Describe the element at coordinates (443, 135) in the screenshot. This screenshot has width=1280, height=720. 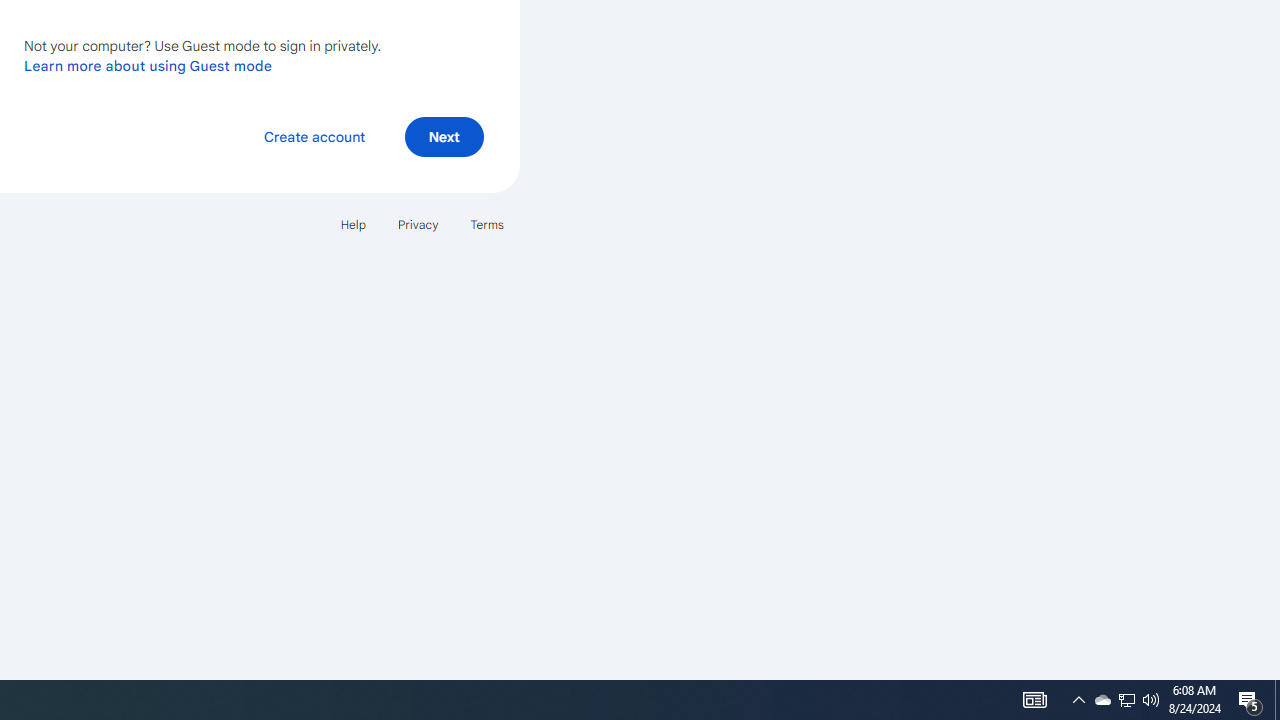
I see `'Next'` at that location.